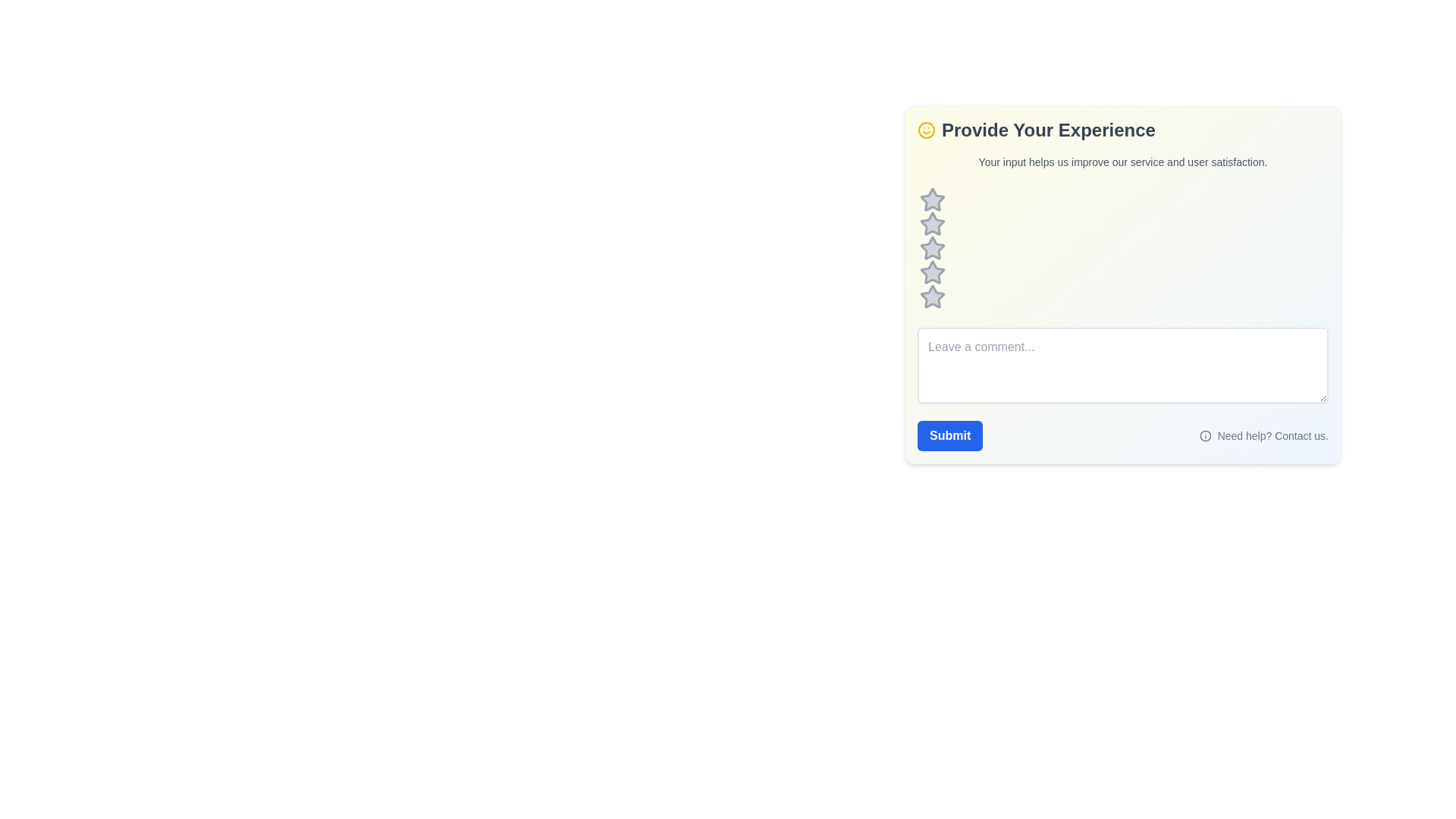 Image resolution: width=1456 pixels, height=819 pixels. I want to click on the smiley icon located at the upper left corner of the feedback form, preceding the header 'Provide Your Experience.', so click(926, 130).